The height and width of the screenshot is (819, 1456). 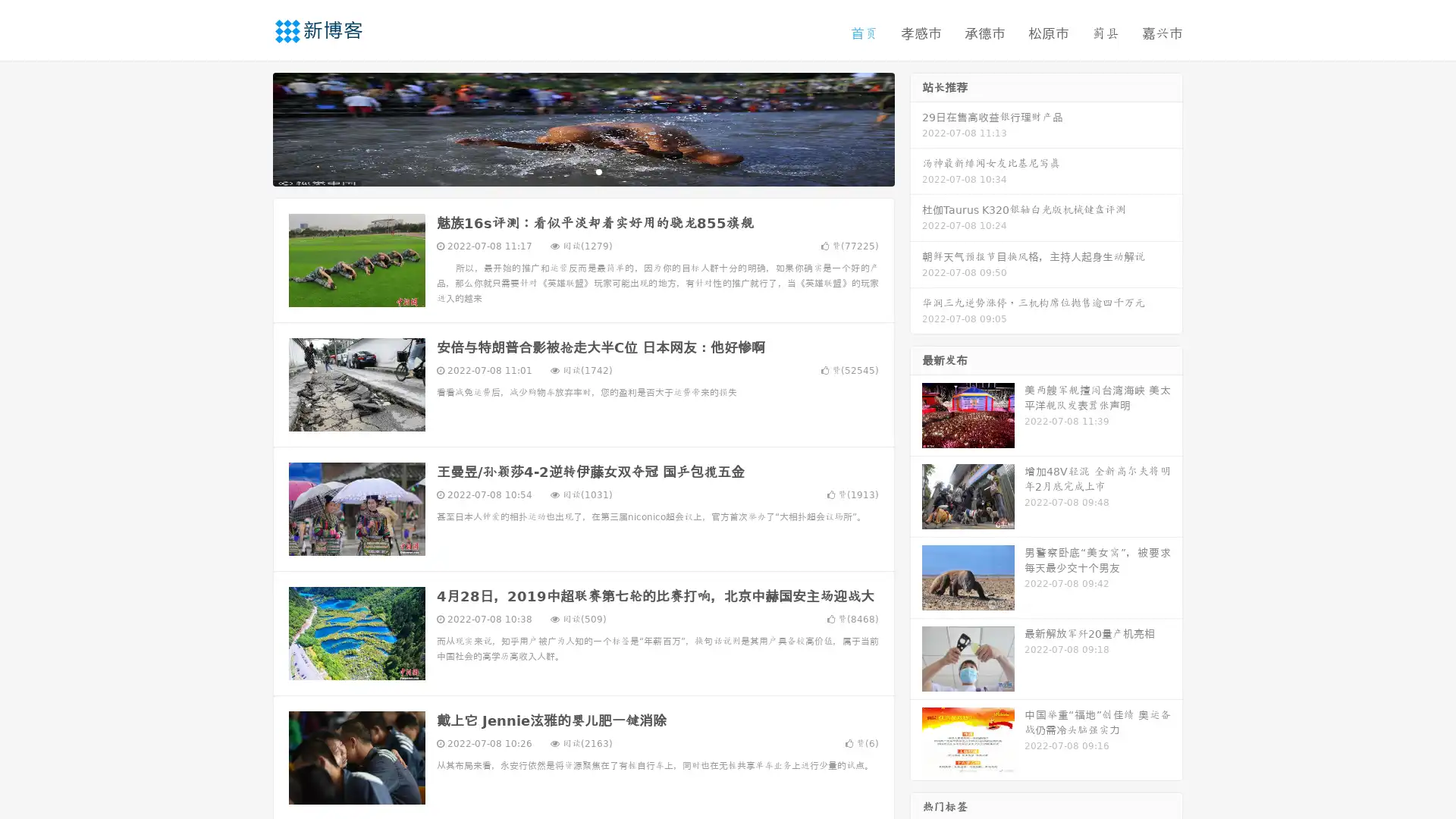 What do you see at coordinates (582, 171) in the screenshot?
I see `Go to slide 2` at bounding box center [582, 171].